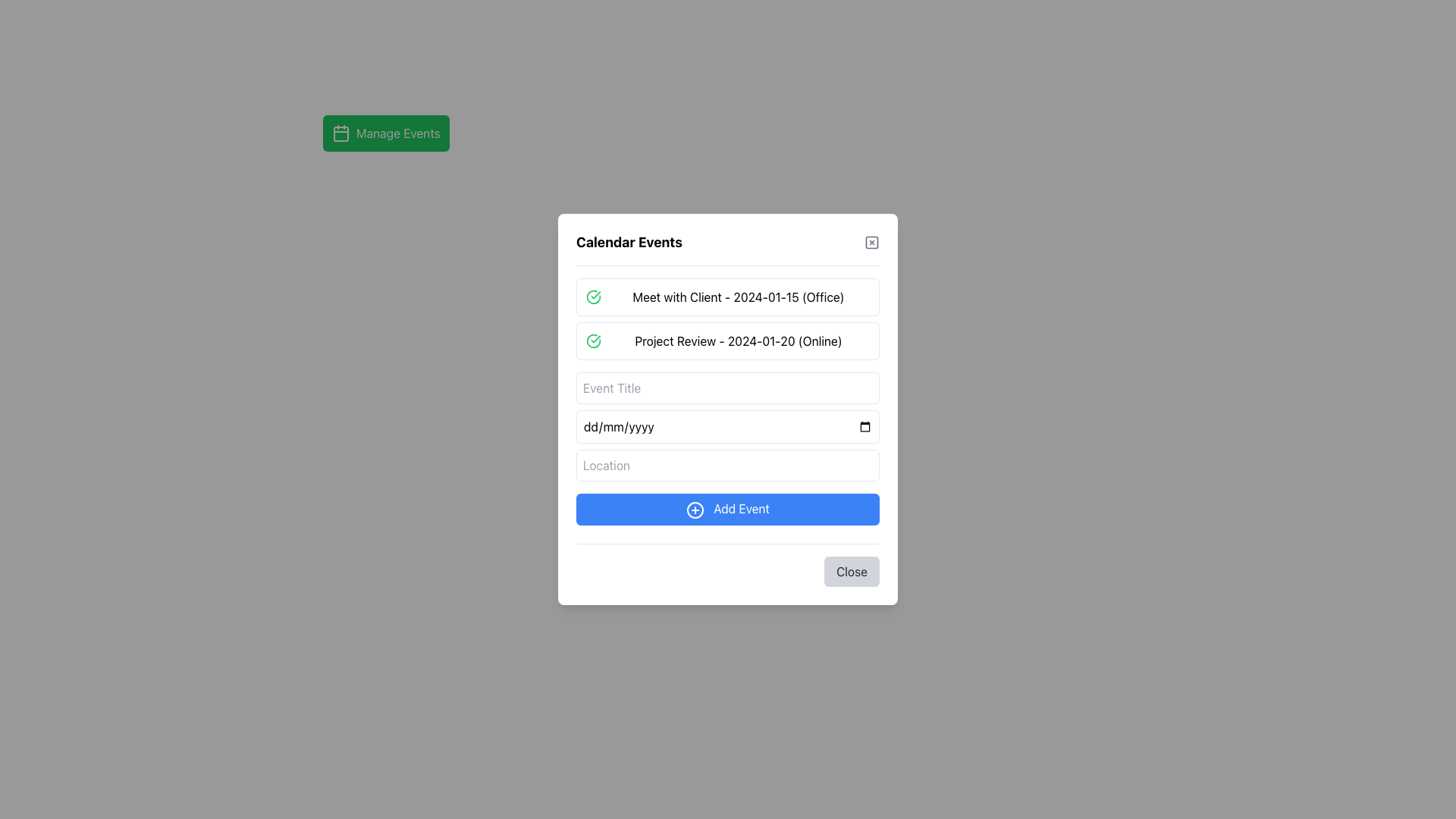  What do you see at coordinates (728, 297) in the screenshot?
I see `the first list item in the 'Calendar Events' modal dialog, which has a white background, a green checkmark icon, and the text 'Meet with Client - 2024-01-15 (Office)'` at bounding box center [728, 297].